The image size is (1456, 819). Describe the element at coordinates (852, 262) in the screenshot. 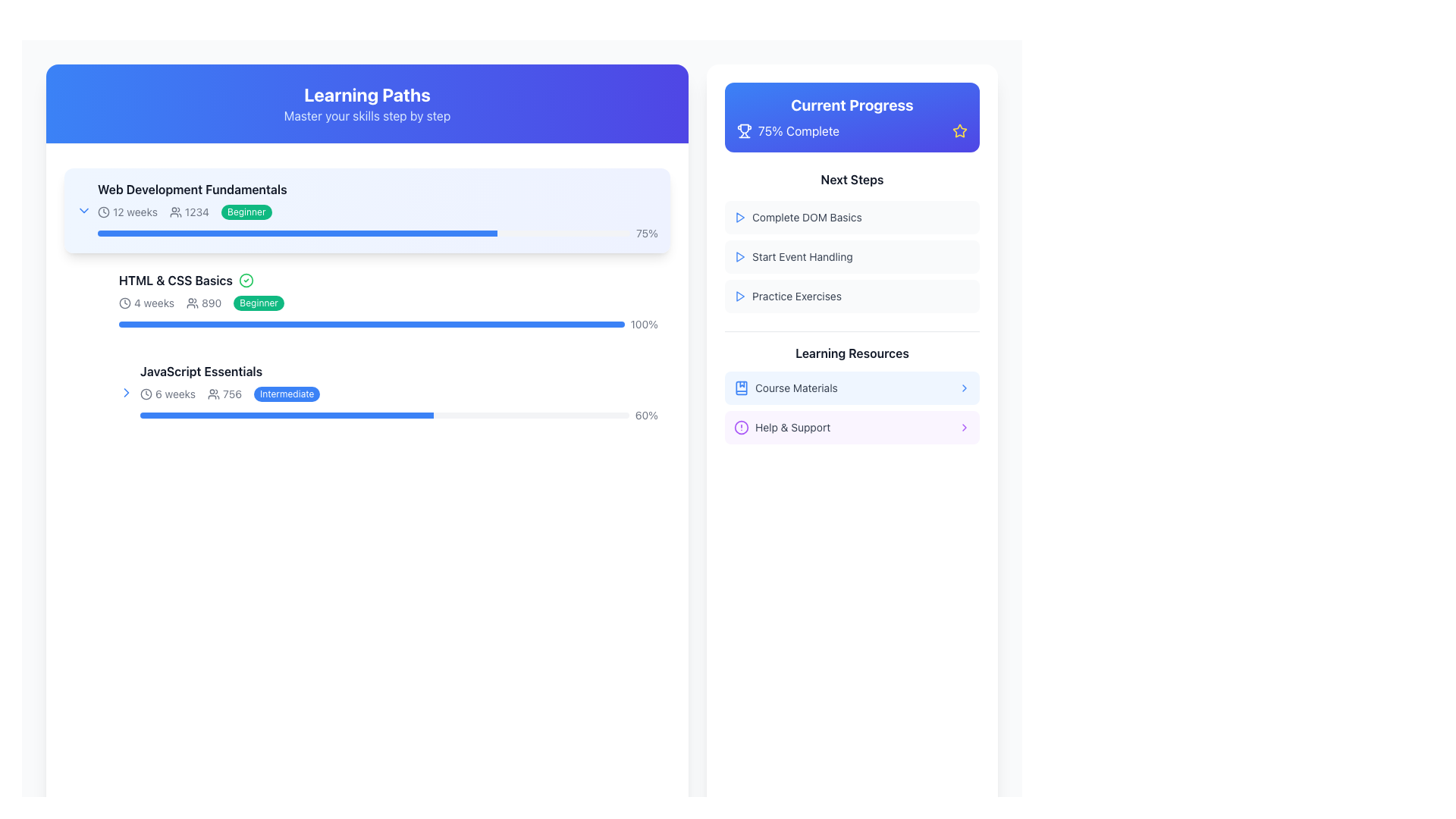

I see `the 'Start Event Handling' actionable item in the 'Next Steps' section of the 'Current Progress' card` at that location.